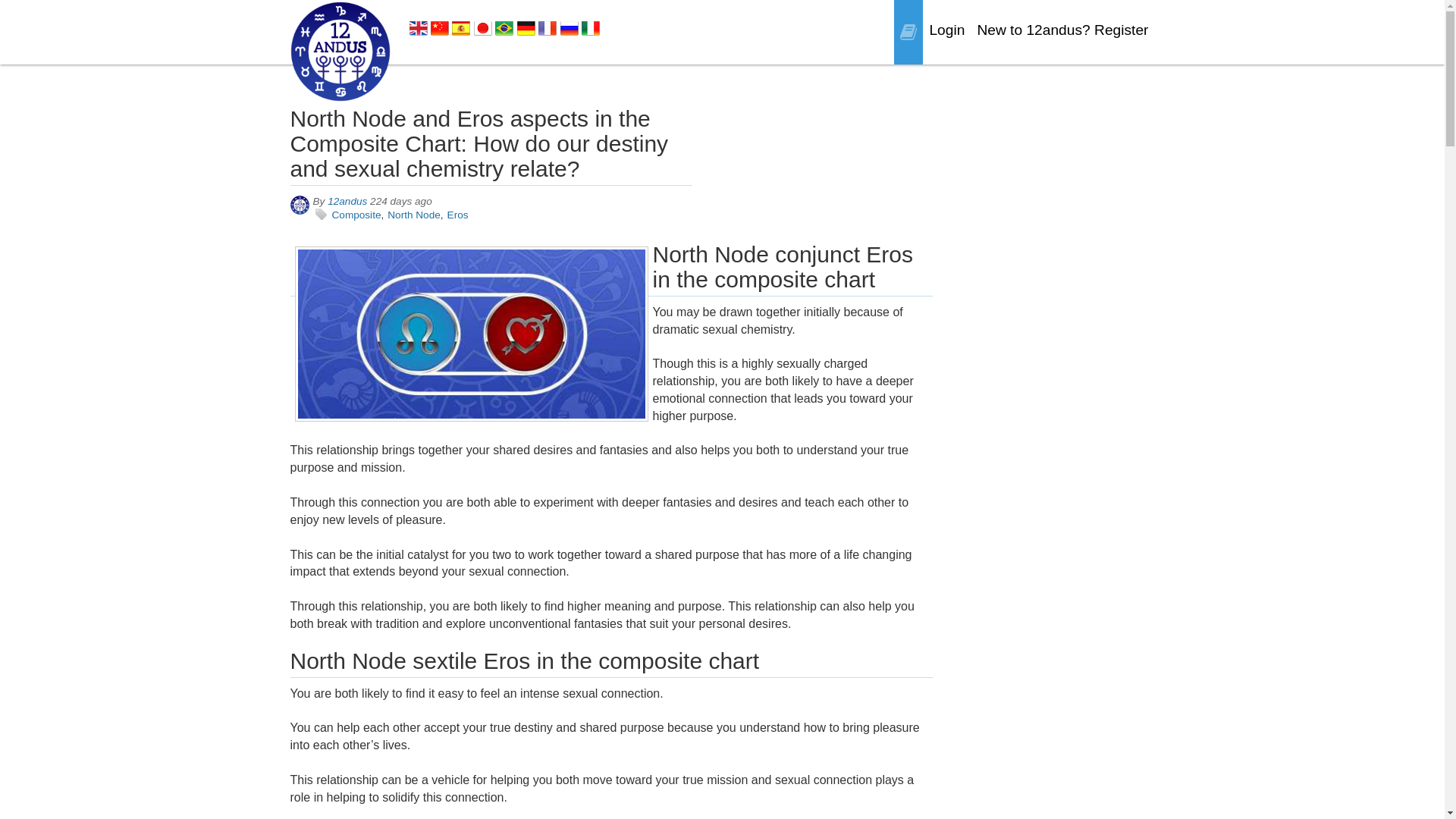  I want to click on 'Composite', so click(331, 215).